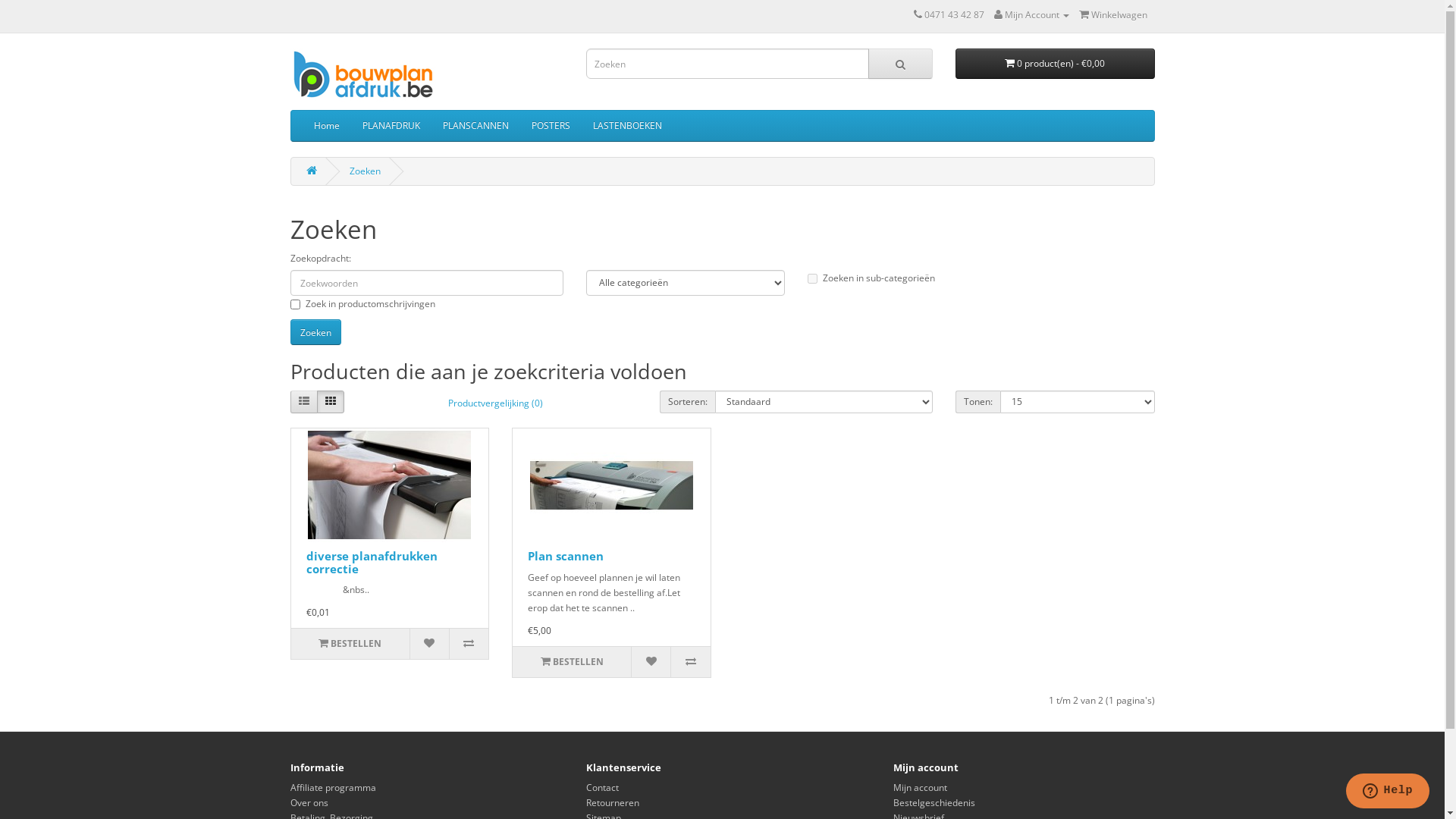 The width and height of the screenshot is (1456, 819). I want to click on 'Mijn account', so click(919, 786).